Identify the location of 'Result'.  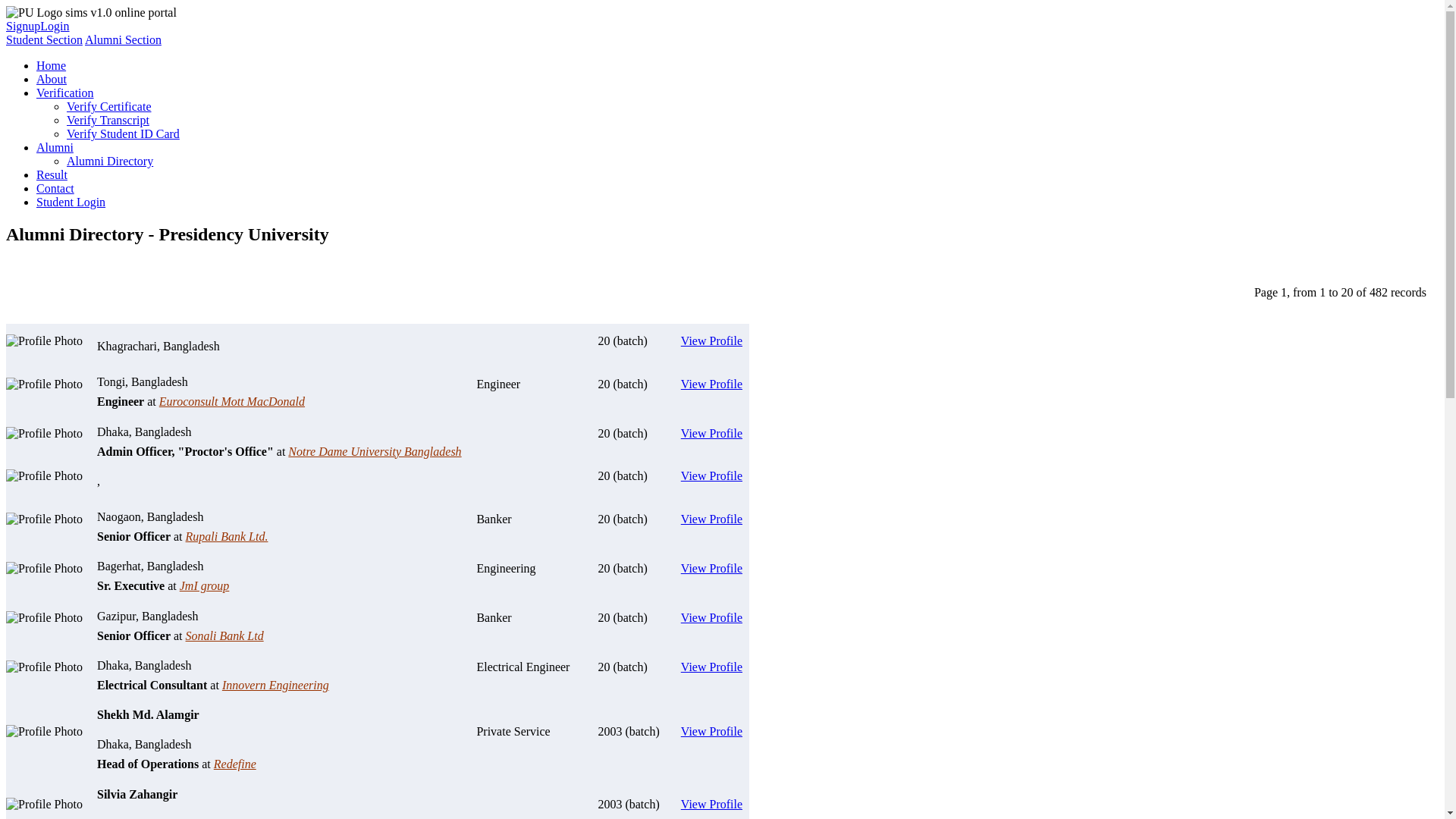
(36, 174).